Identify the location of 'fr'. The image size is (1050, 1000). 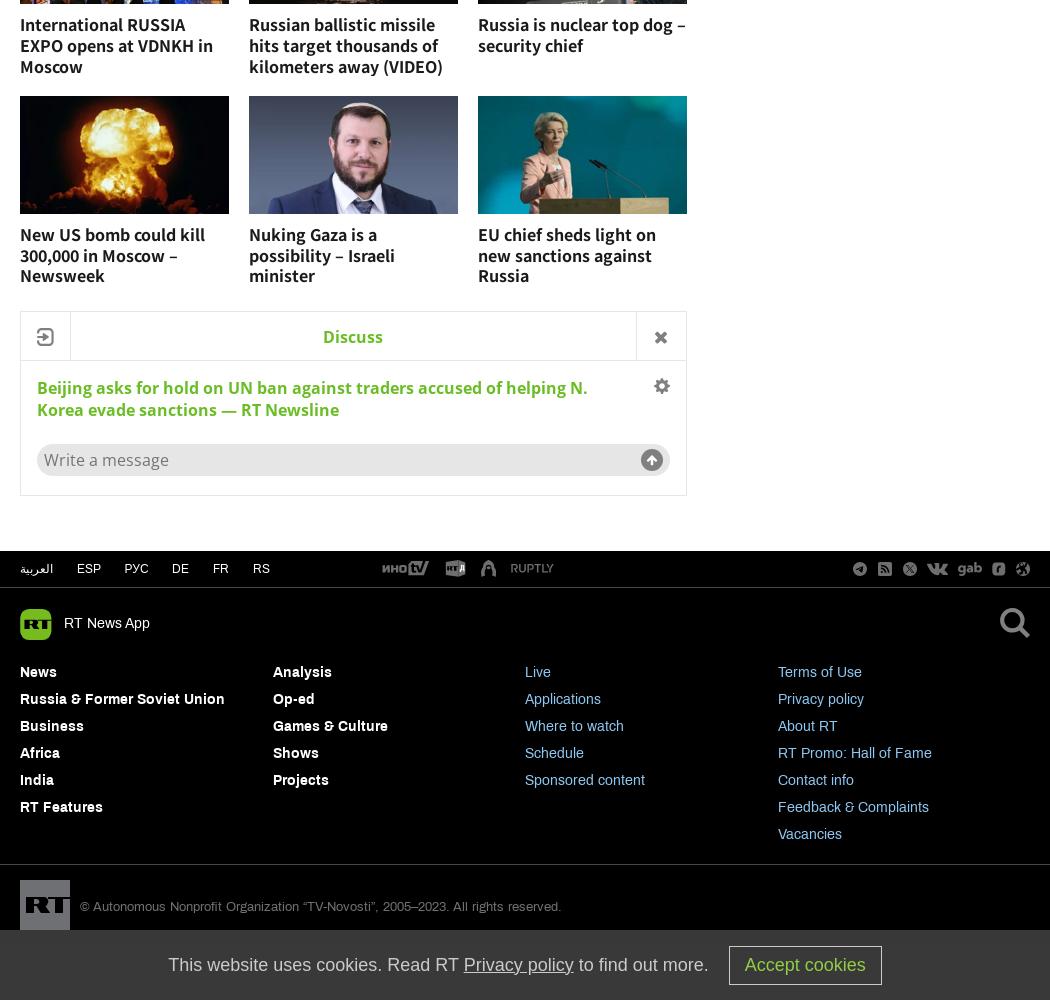
(220, 568).